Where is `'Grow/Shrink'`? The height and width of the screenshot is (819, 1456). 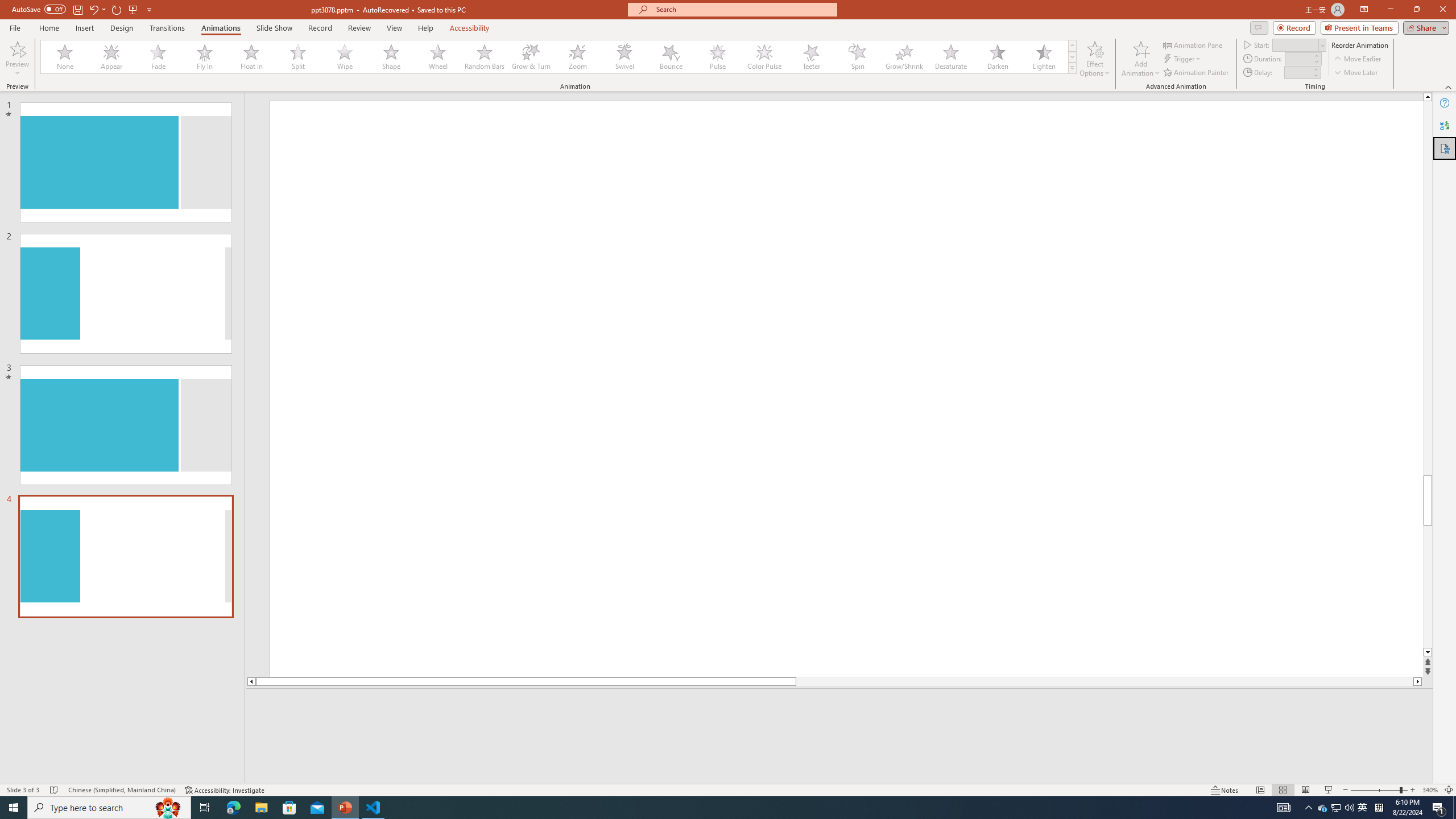 'Grow/Shrink' is located at coordinates (904, 56).